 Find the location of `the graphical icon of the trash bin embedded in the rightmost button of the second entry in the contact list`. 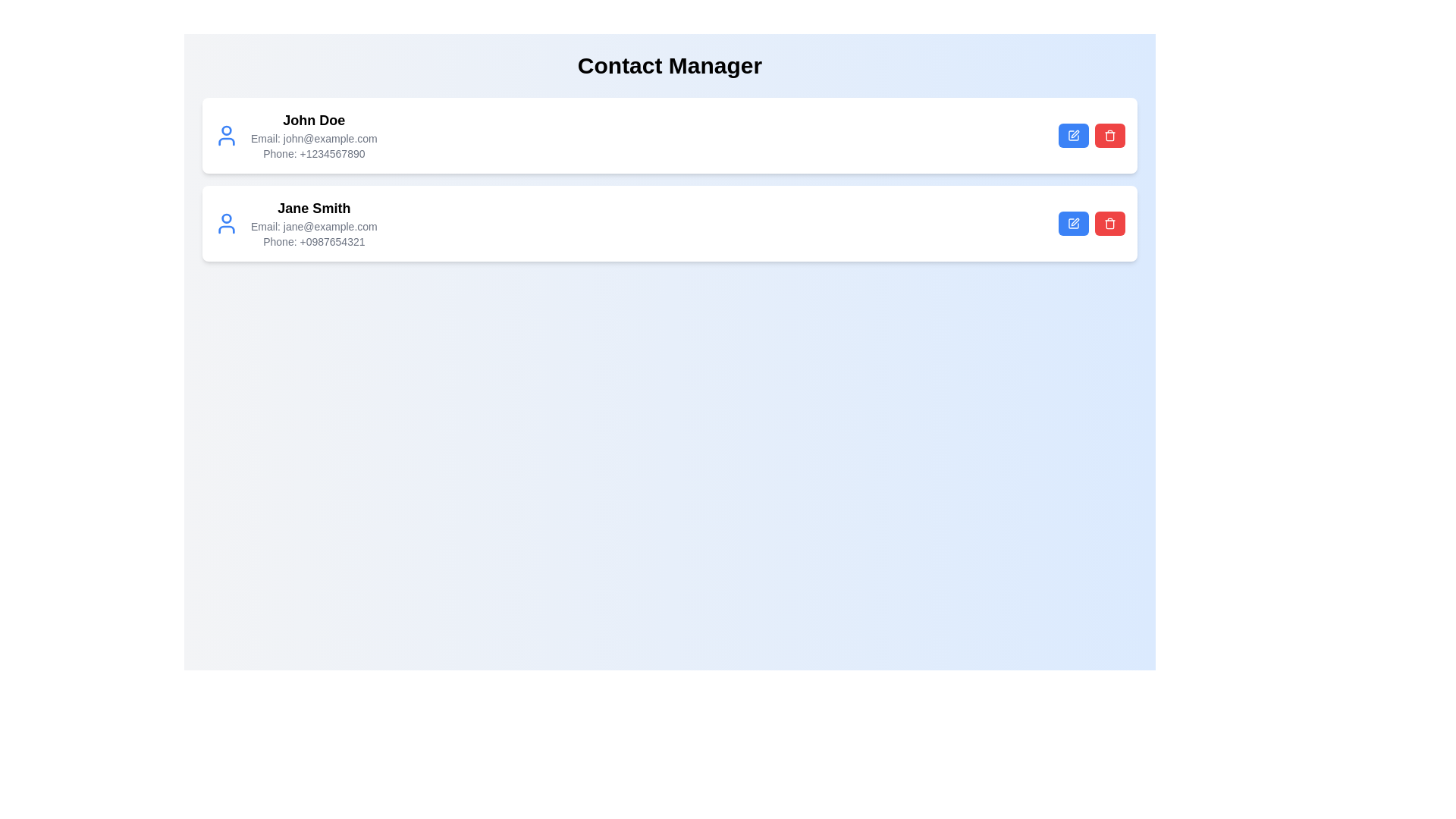

the graphical icon of the trash bin embedded in the rightmost button of the second entry in the contact list is located at coordinates (1110, 134).